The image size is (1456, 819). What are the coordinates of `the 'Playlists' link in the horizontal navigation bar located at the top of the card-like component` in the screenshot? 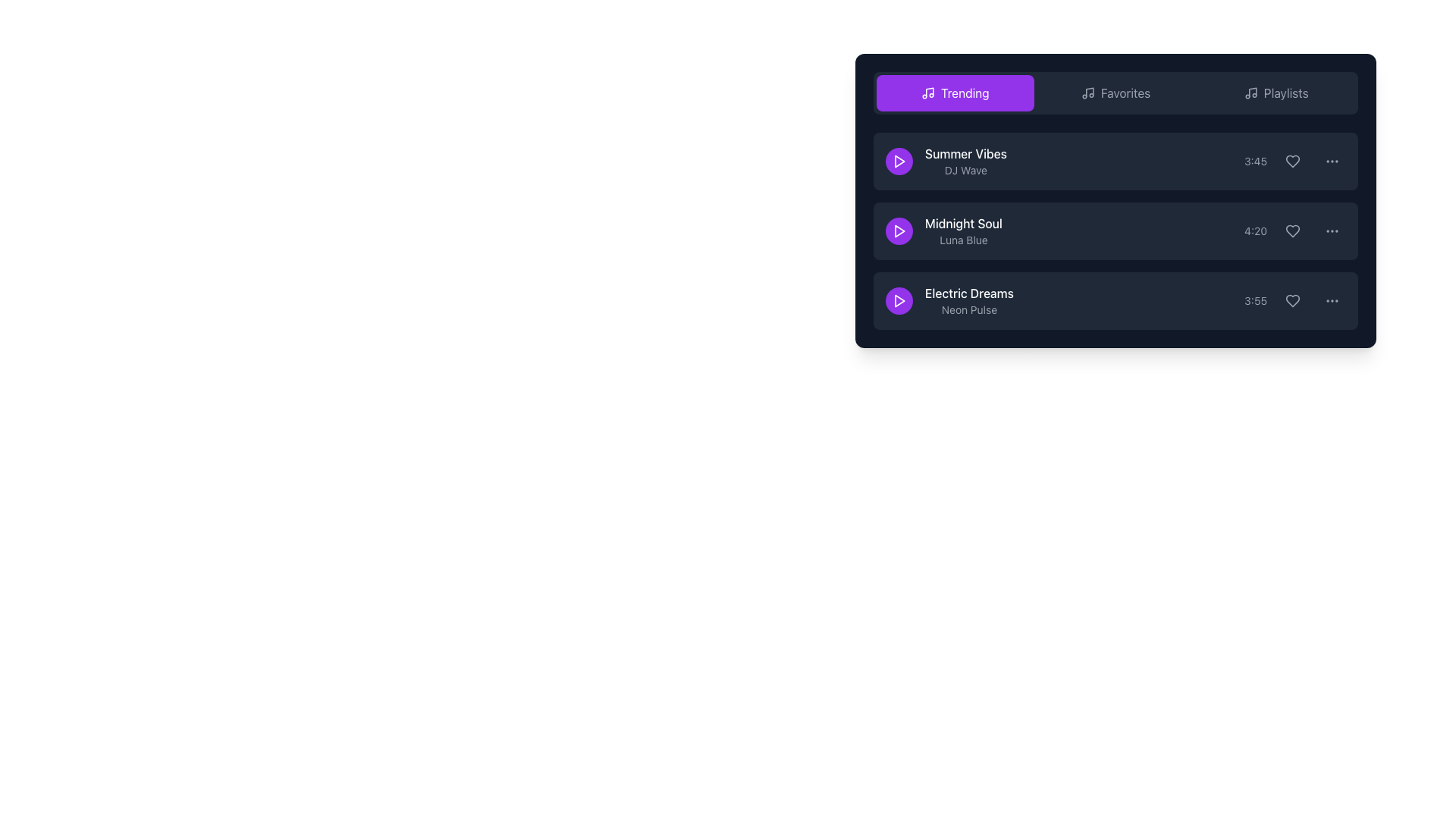 It's located at (1285, 93).